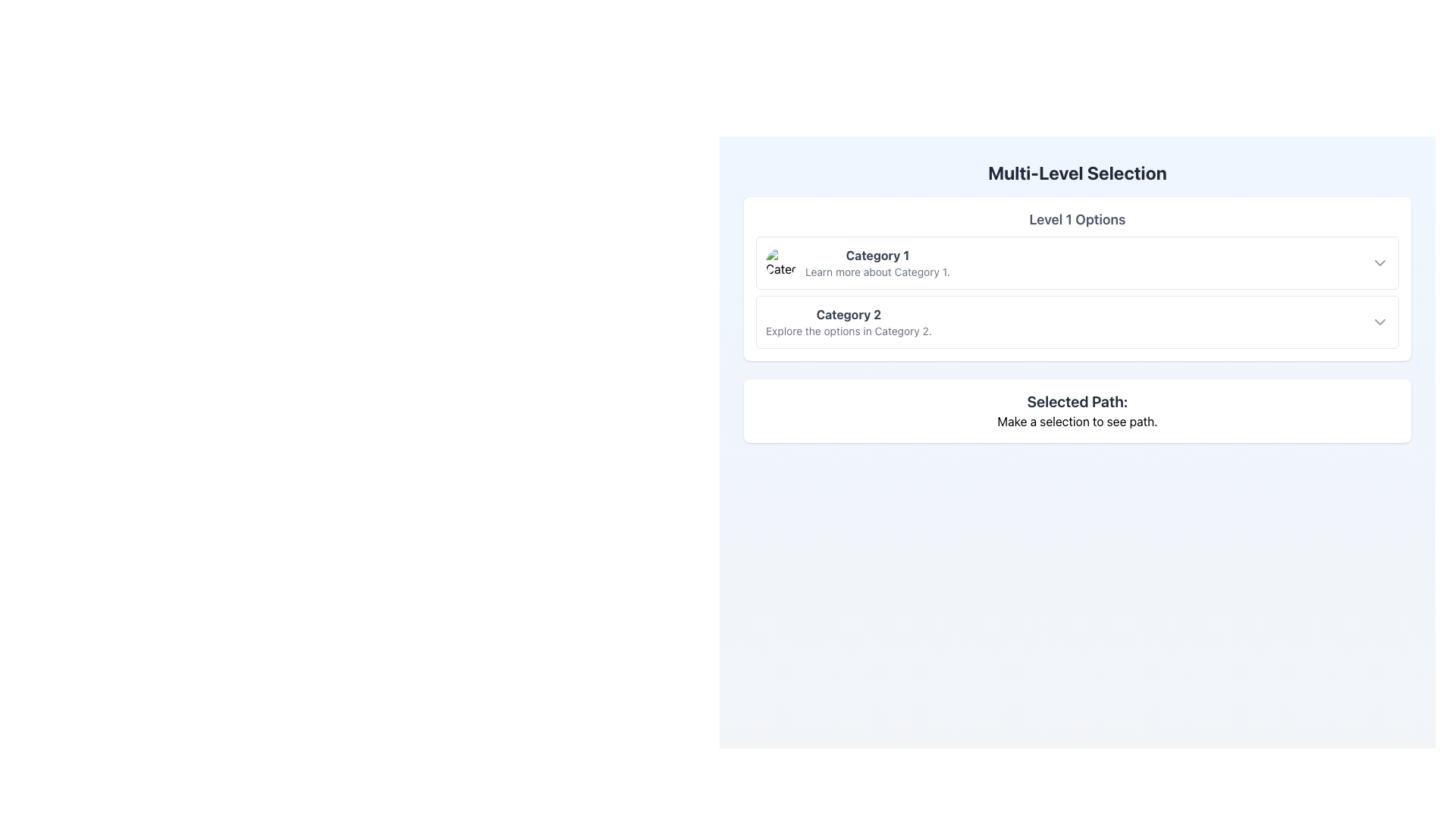  Describe the element at coordinates (1076, 219) in the screenshot. I see `the Text Label that serves as a section header above the options 'Category 1' and 'Category 2.'` at that location.